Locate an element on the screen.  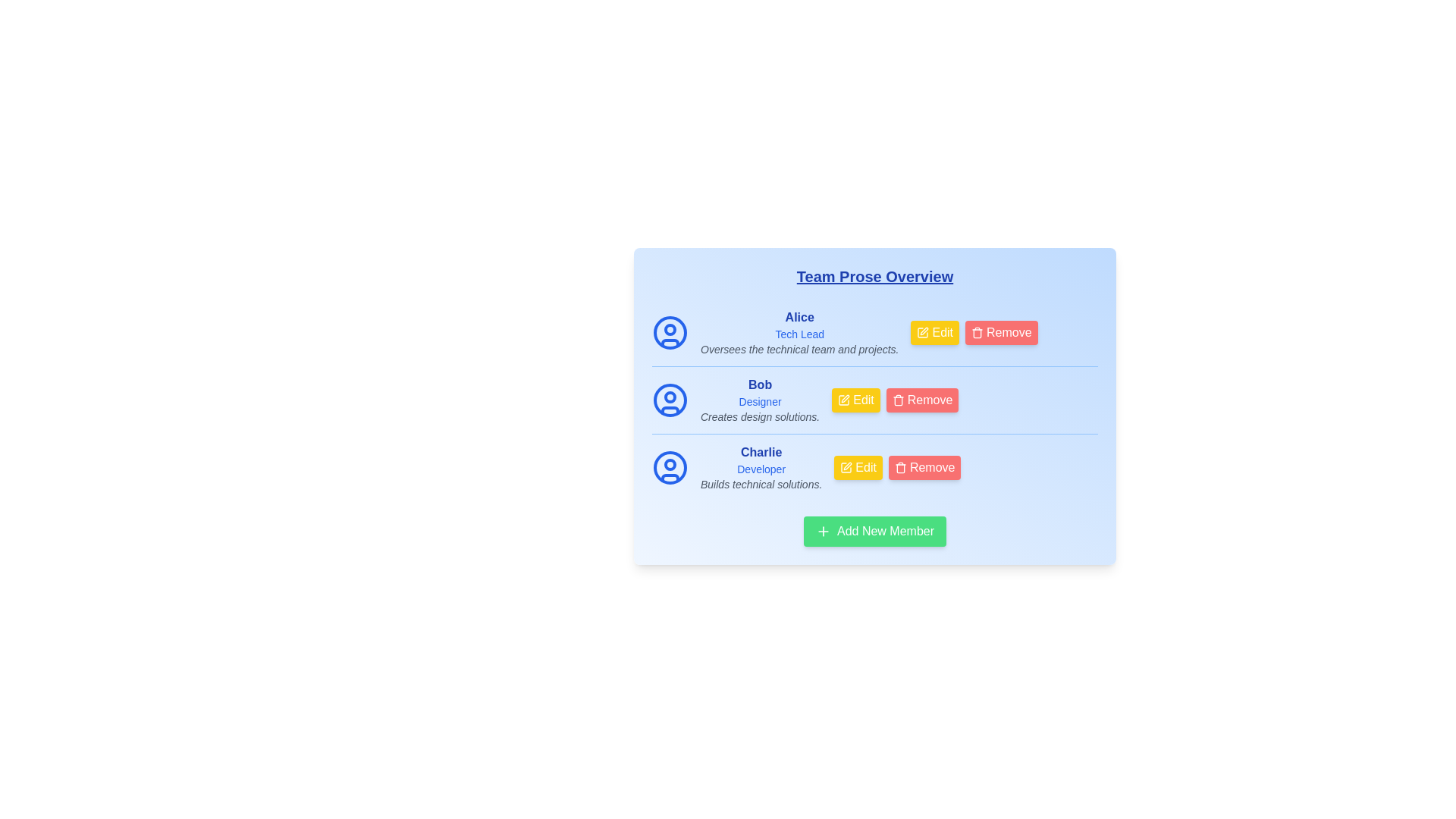
the text label displaying 'Remove' with a light red background is located at coordinates (930, 467).